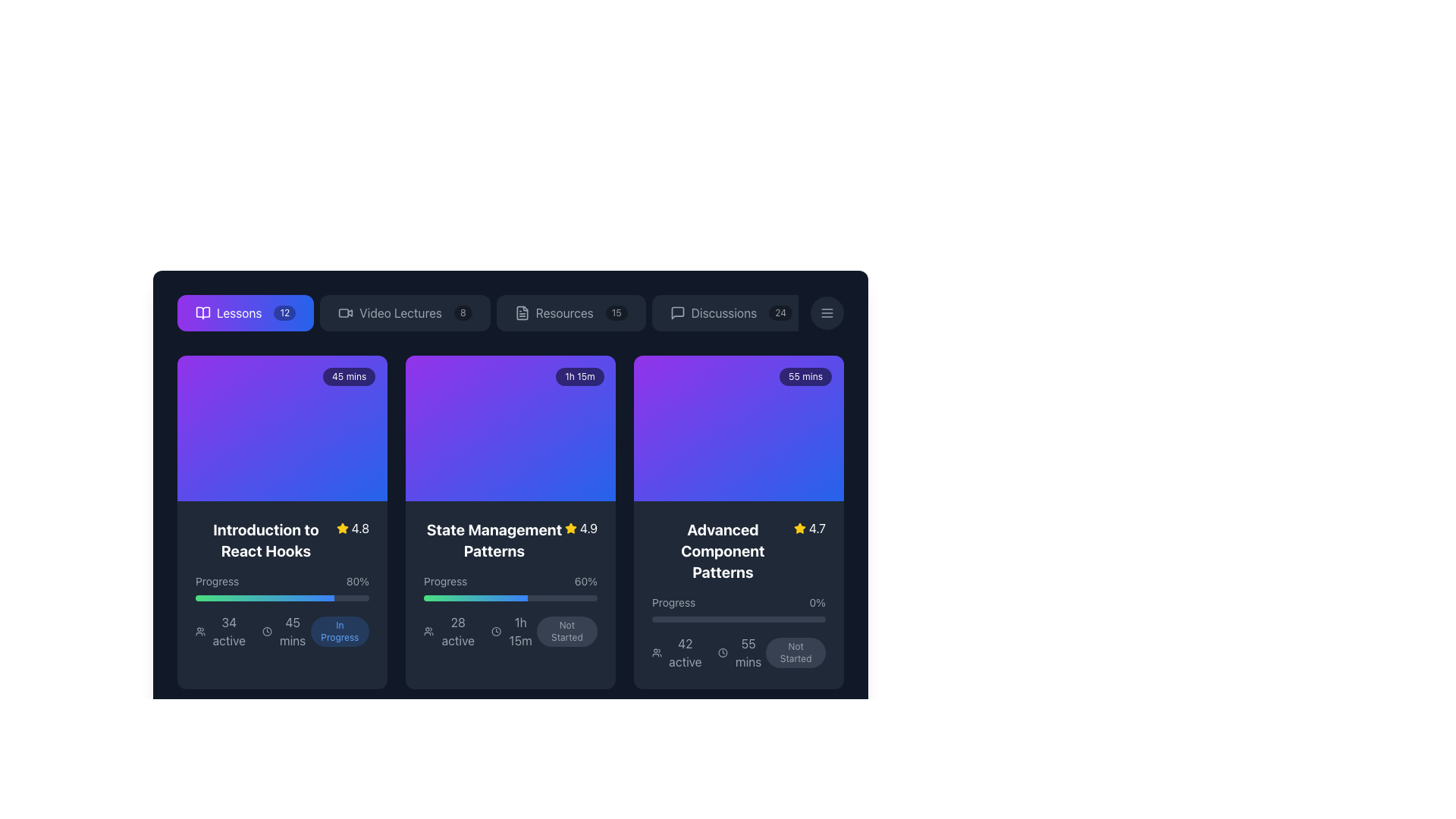 This screenshot has width=1456, height=819. Describe the element at coordinates (496, 632) in the screenshot. I see `the clock icon representing the duration of the course, which is positioned to the left of the text '1h 15m'` at that location.